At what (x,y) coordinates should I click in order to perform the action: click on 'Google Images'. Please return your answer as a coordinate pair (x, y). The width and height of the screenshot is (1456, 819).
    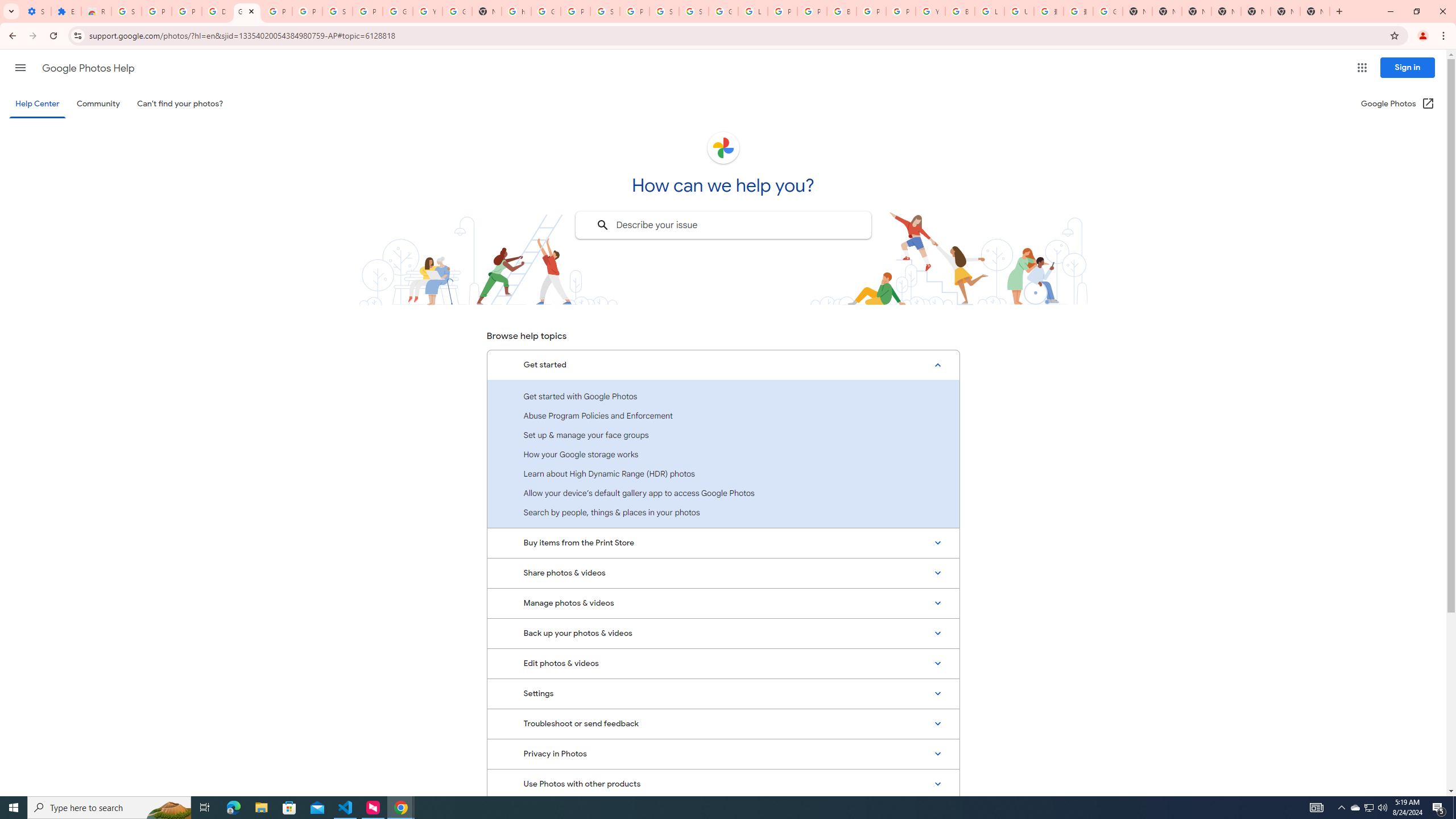
    Looking at the image, I should click on (1108, 11).